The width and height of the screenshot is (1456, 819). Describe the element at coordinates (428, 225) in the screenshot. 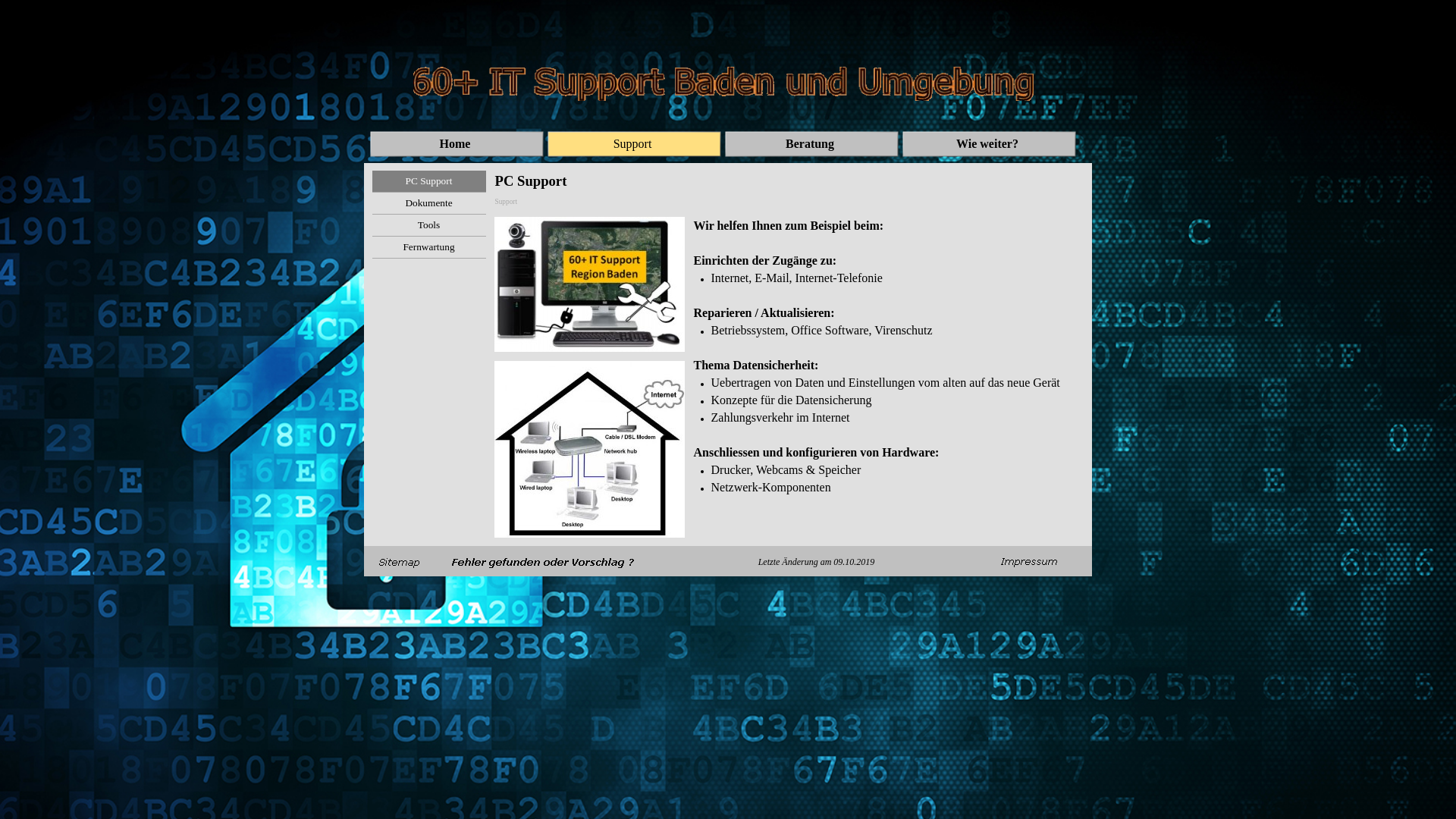

I see `'Tools'` at that location.